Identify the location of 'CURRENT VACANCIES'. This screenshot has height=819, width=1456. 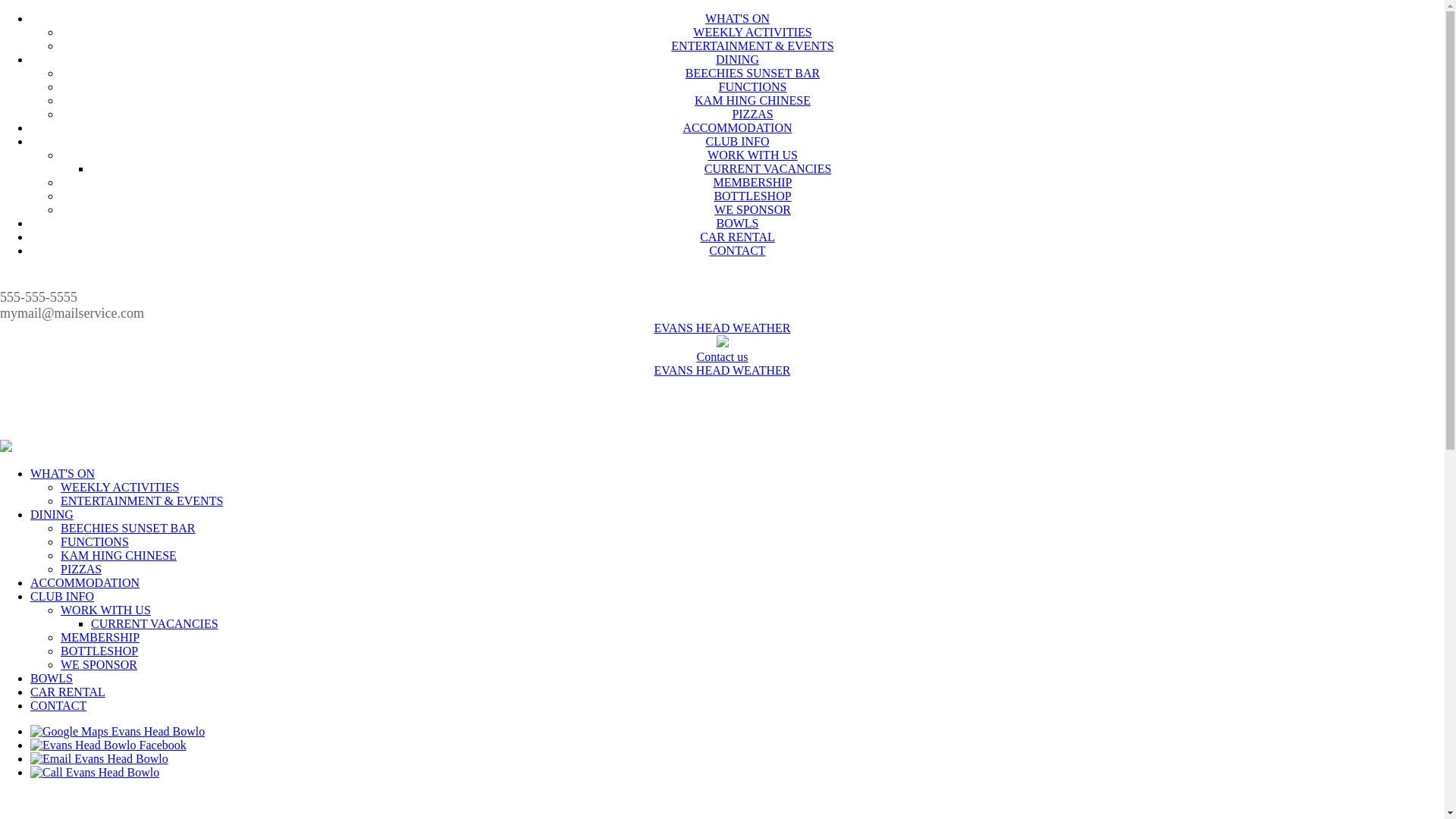
(767, 168).